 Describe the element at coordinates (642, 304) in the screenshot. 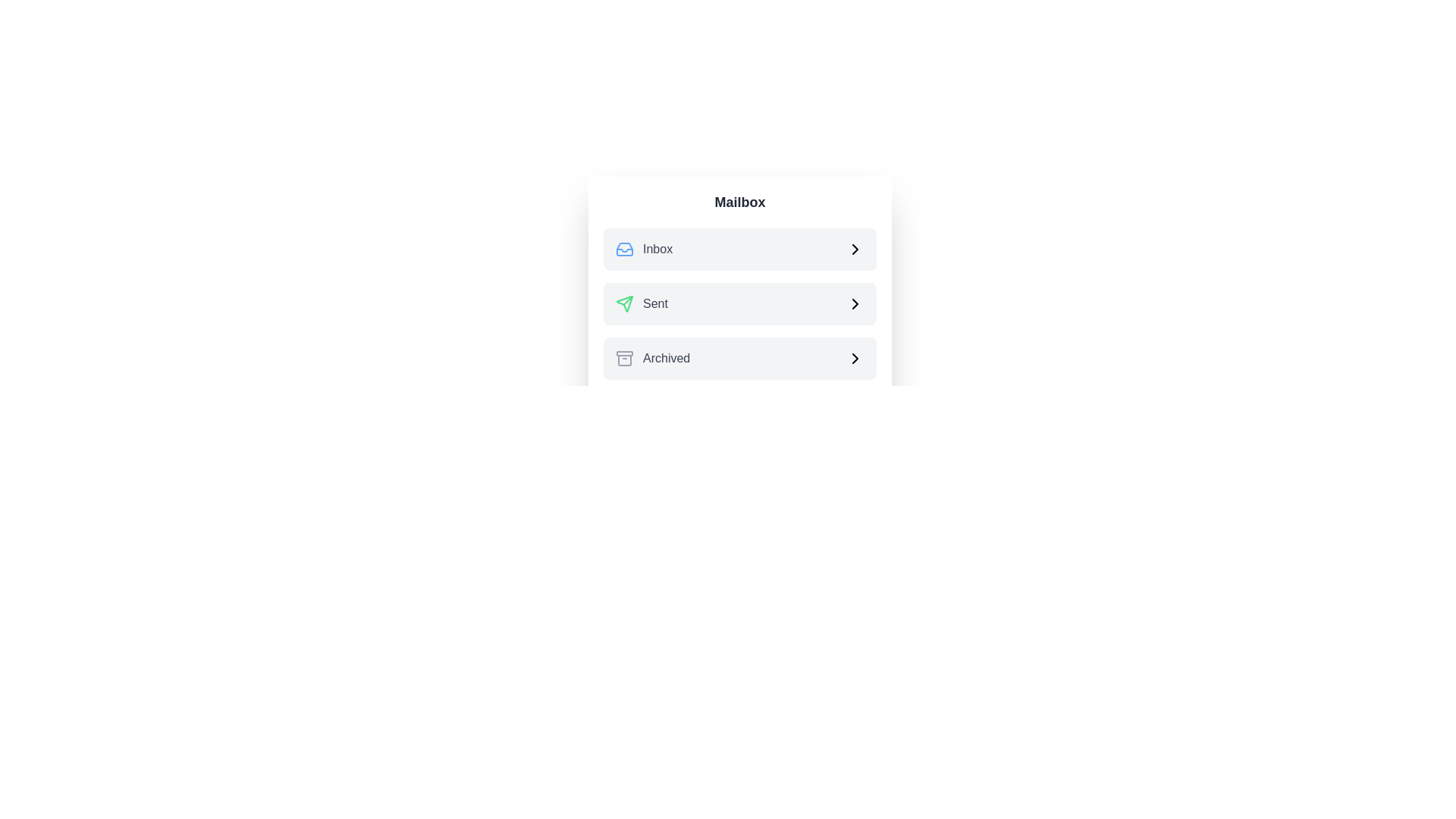

I see `the 'Sent' navigation item, which features a green paper airplane icon and dark gray text` at that location.